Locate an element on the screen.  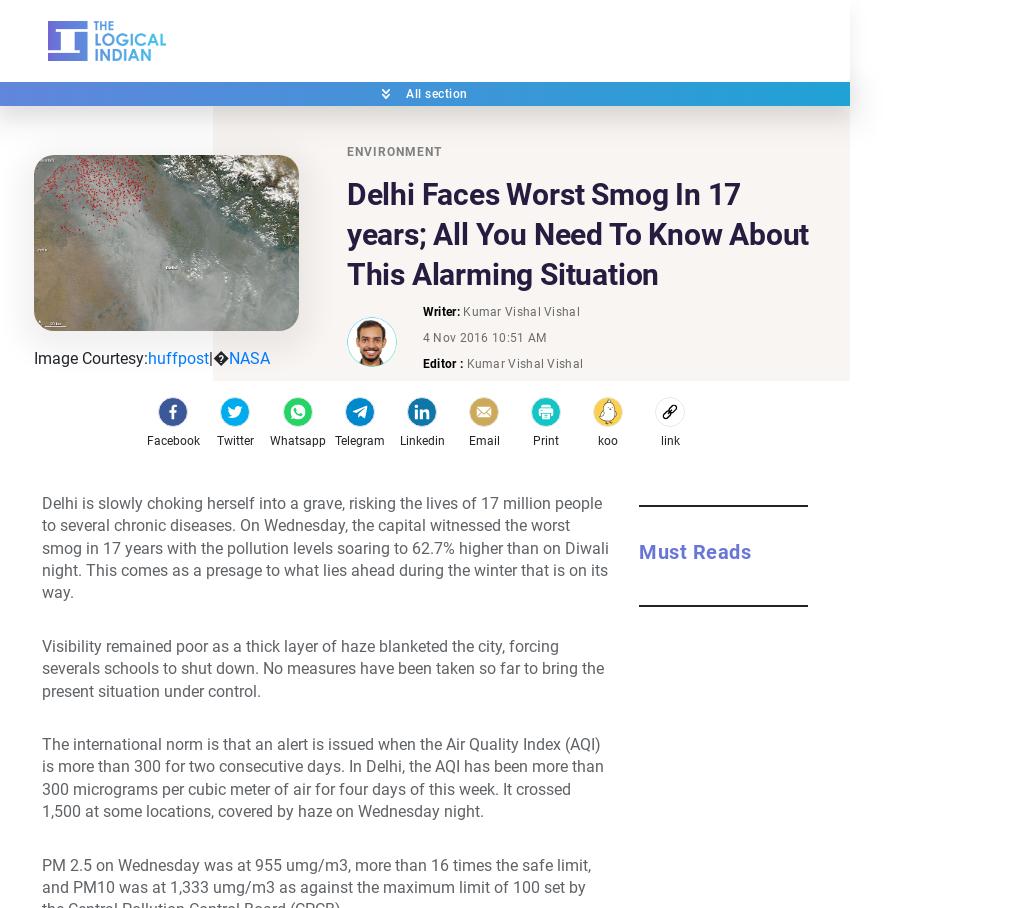
'Contributor' is located at coordinates (532, 425).